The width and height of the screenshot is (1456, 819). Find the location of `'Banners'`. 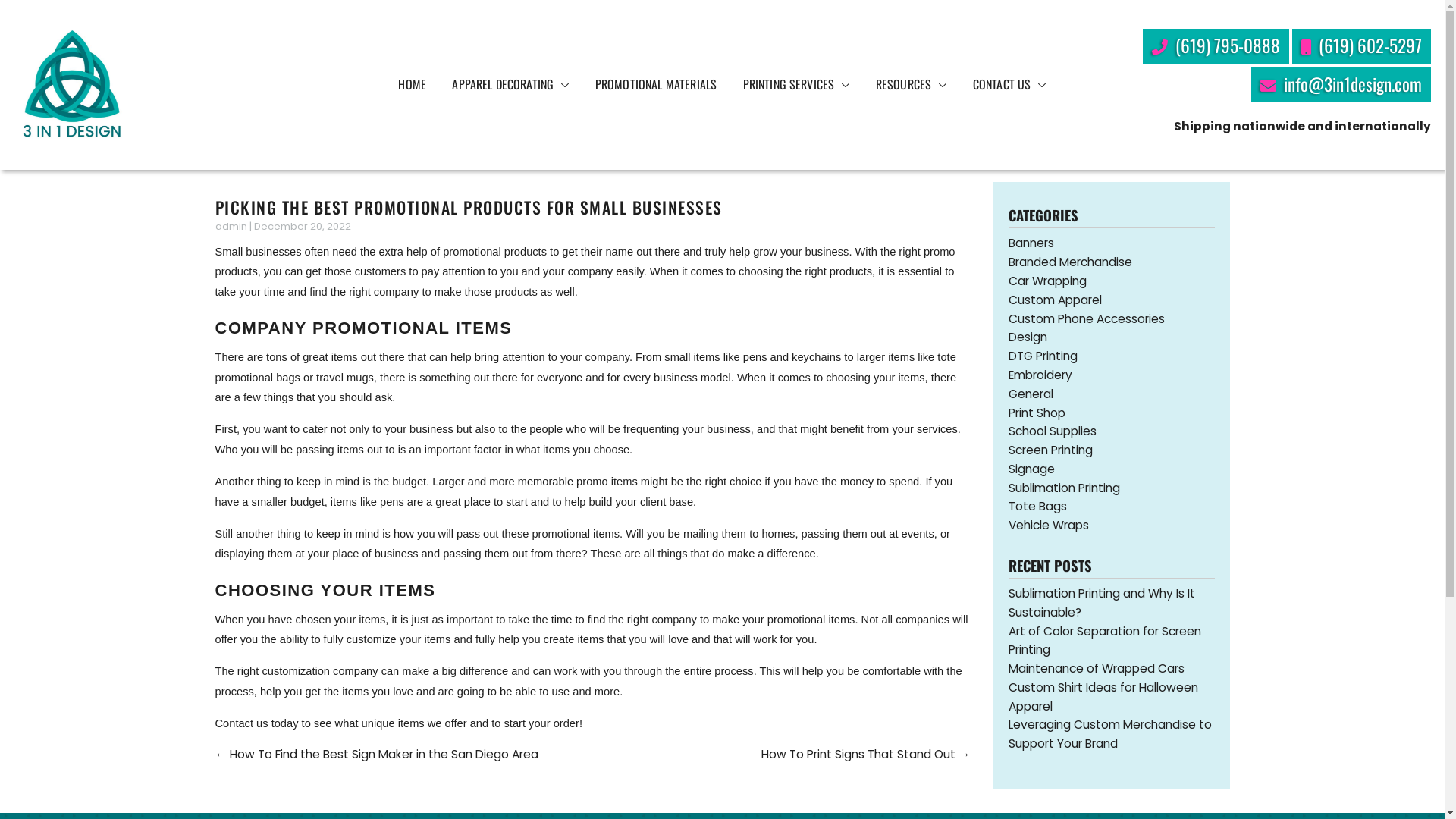

'Banners' is located at coordinates (1031, 242).